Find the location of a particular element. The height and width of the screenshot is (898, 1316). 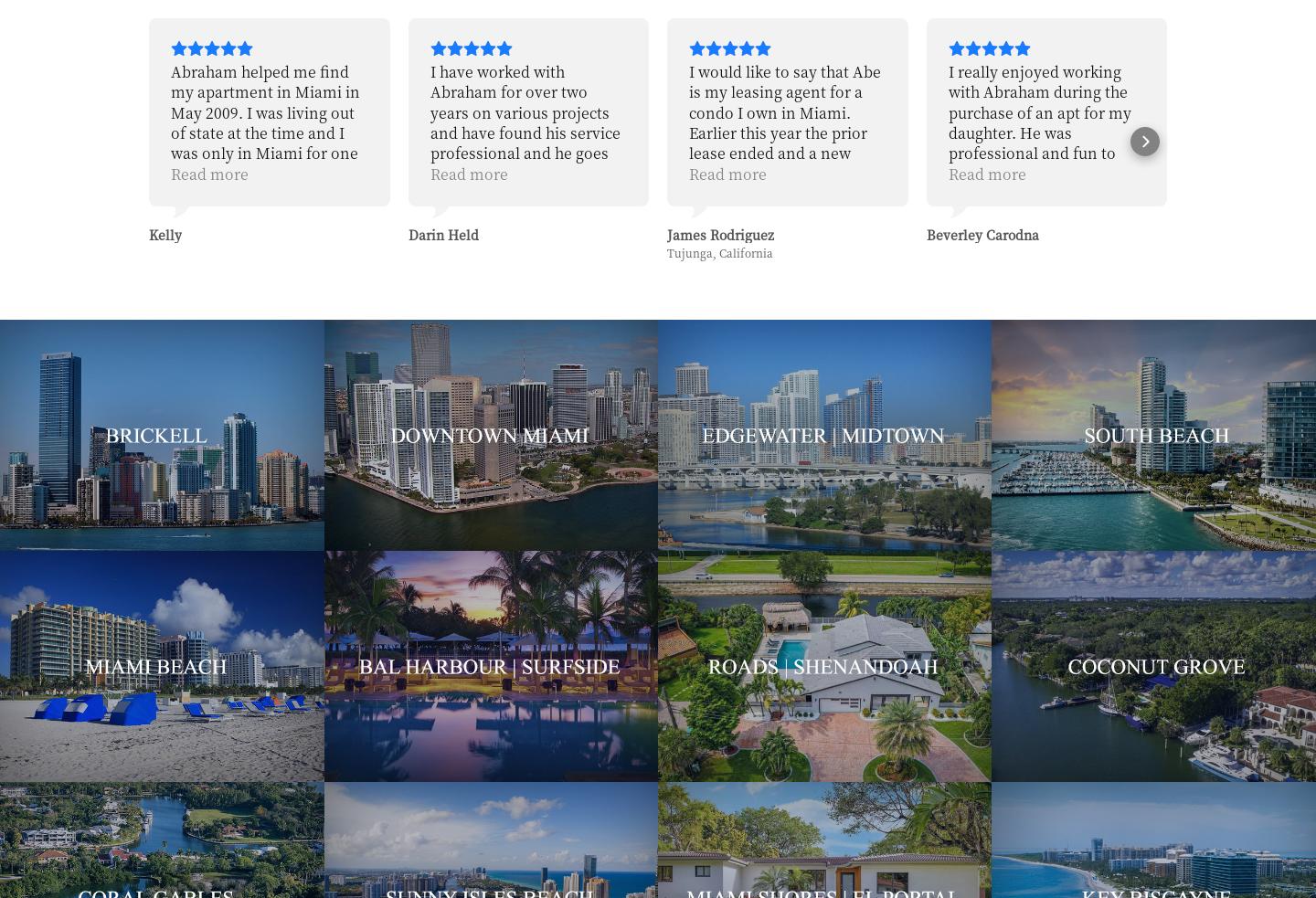

'James Rodriguez' is located at coordinates (460, 234).